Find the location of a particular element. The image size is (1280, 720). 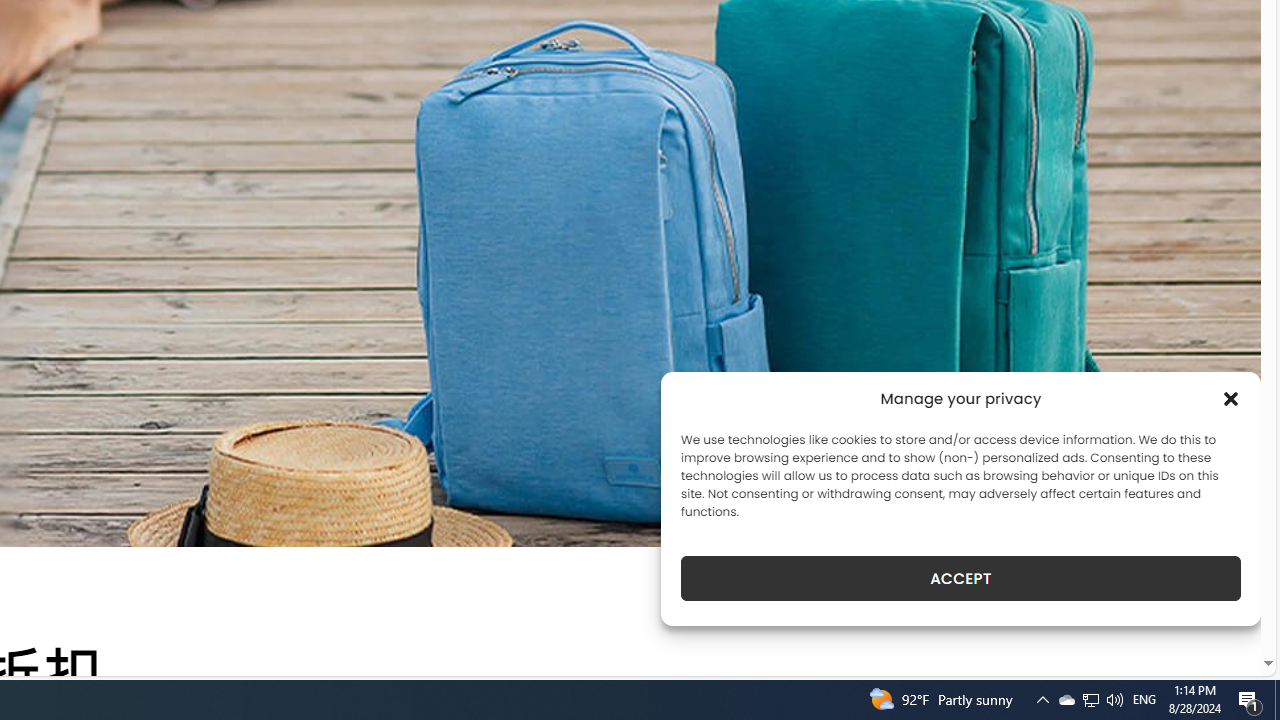

'ACCEPT' is located at coordinates (961, 578).